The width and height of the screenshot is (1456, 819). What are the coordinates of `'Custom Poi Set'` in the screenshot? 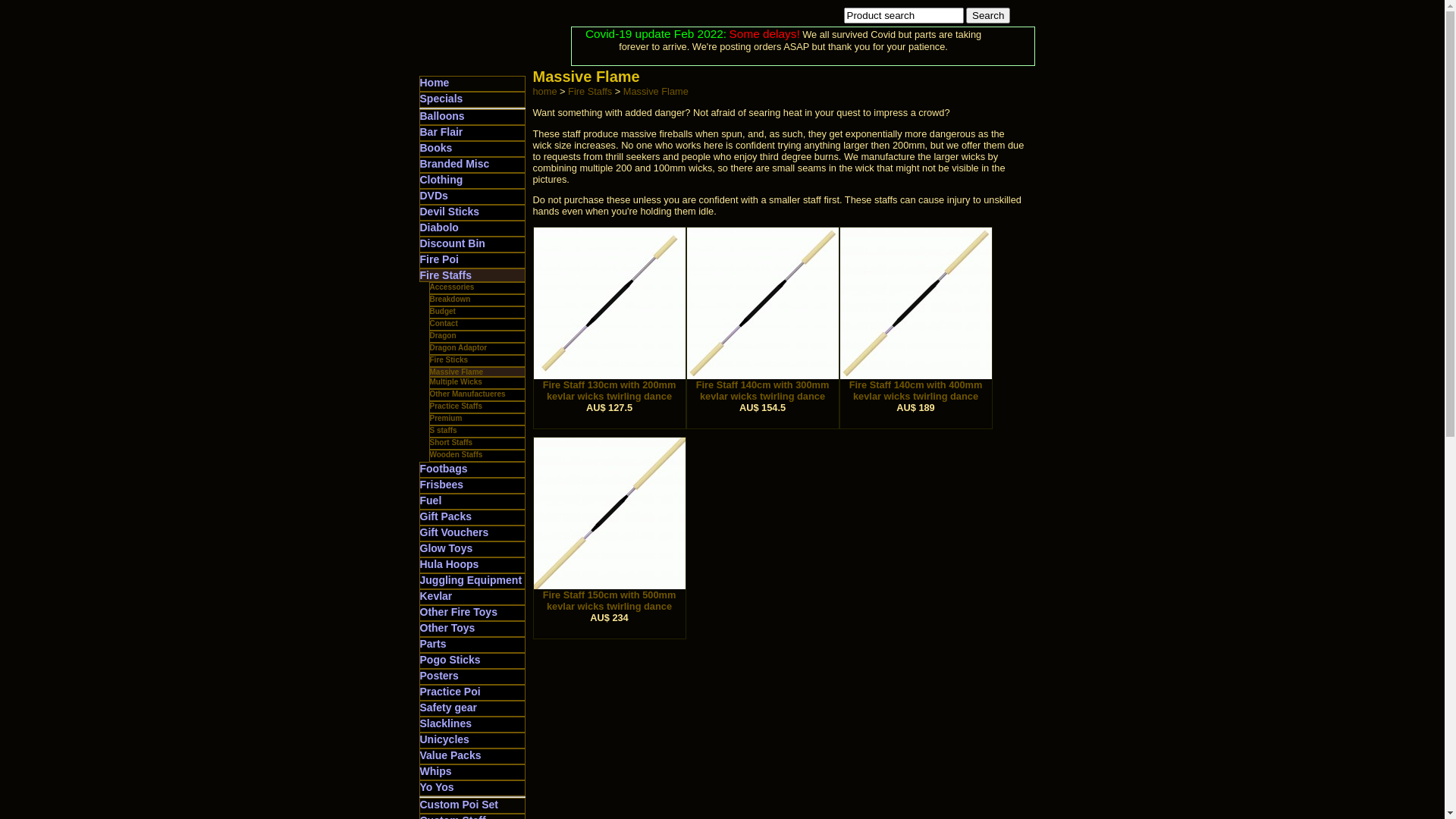 It's located at (458, 803).